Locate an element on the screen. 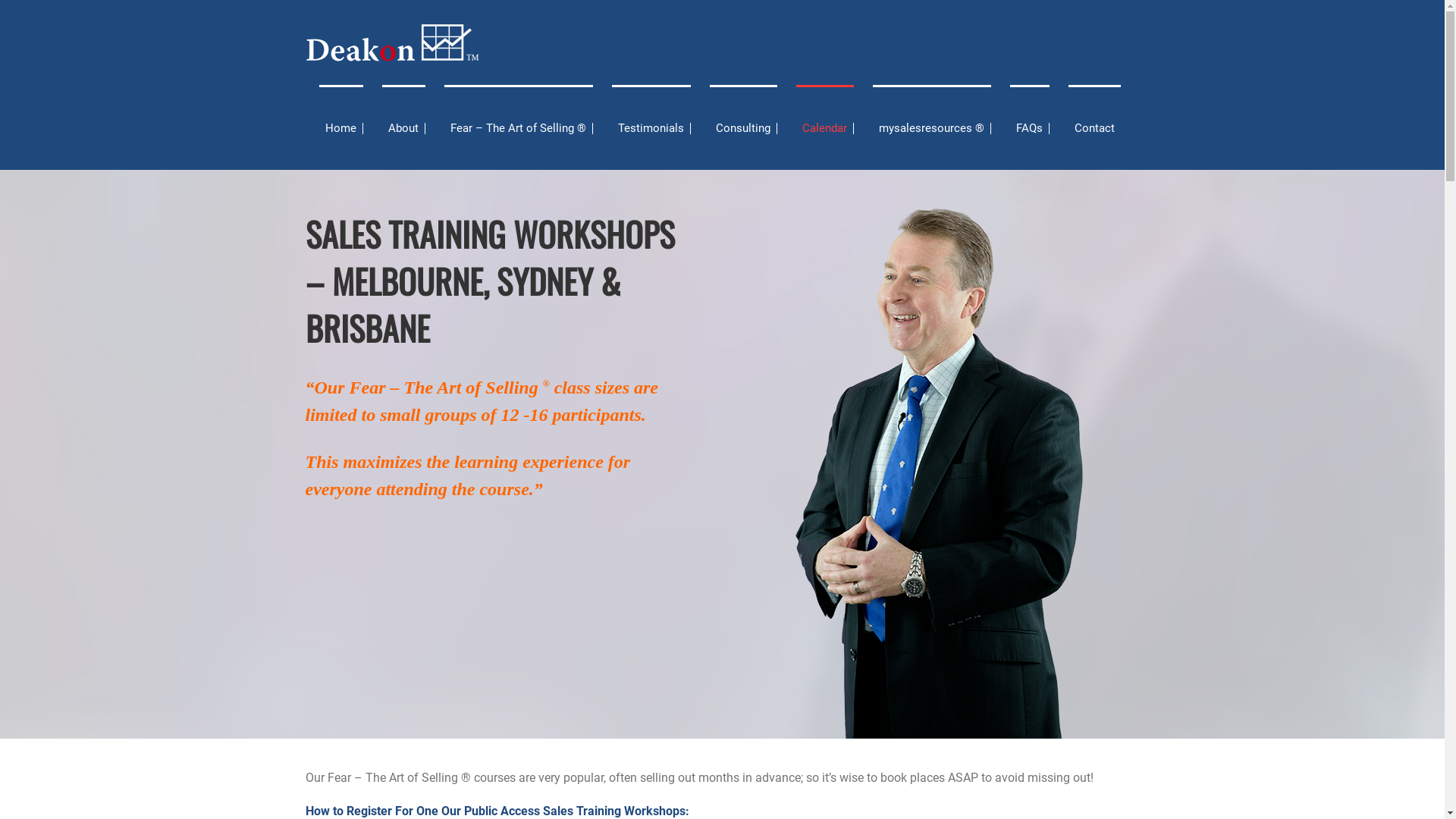 This screenshot has height=819, width=1456. 'Contact' is located at coordinates (1094, 127).